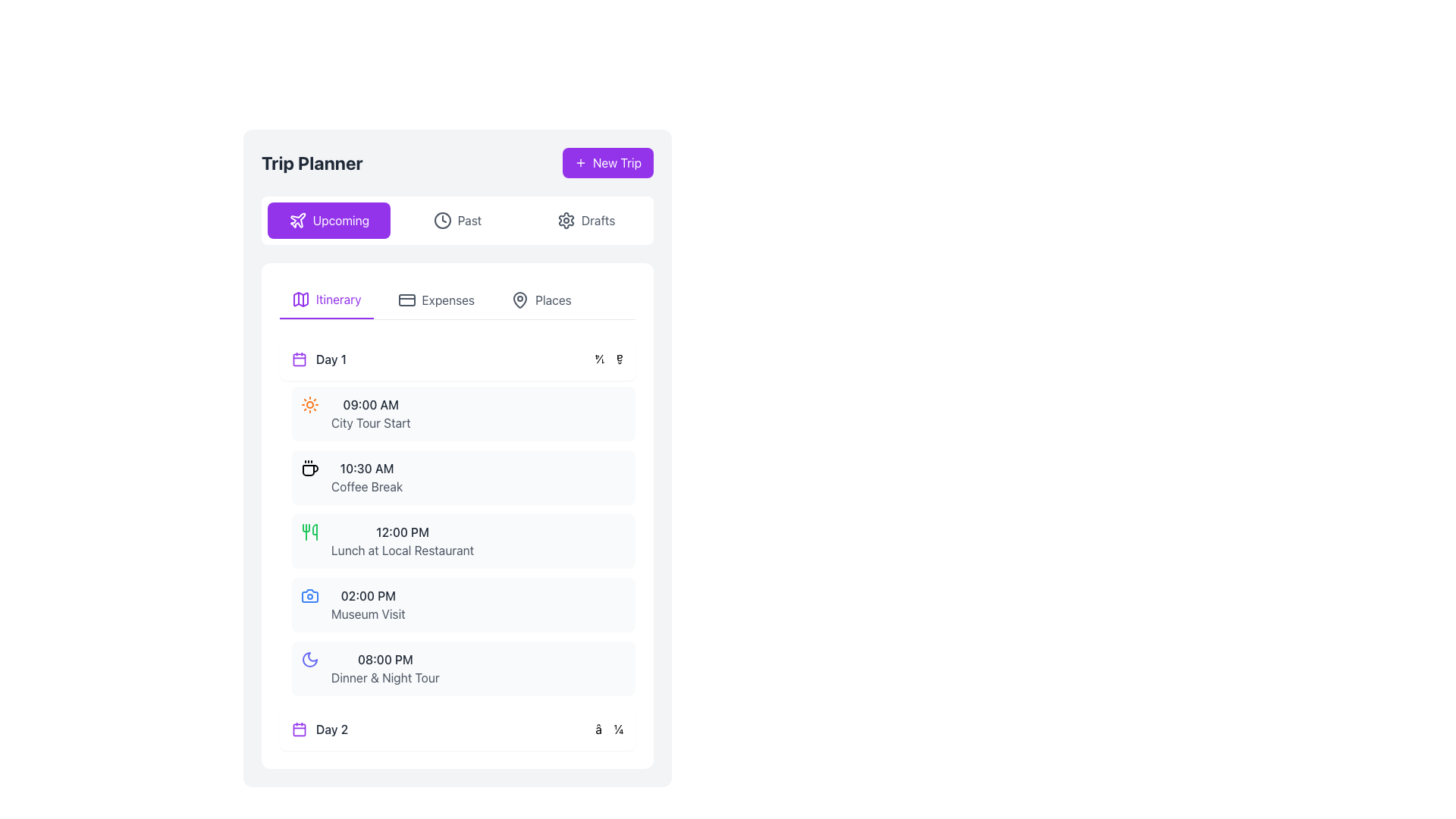  What do you see at coordinates (309, 659) in the screenshot?
I see `the moon icon located towards the lower right of the visible section, above the 'Day 2' label in the itinerary, which serves a decorative purpose related to night themes` at bounding box center [309, 659].